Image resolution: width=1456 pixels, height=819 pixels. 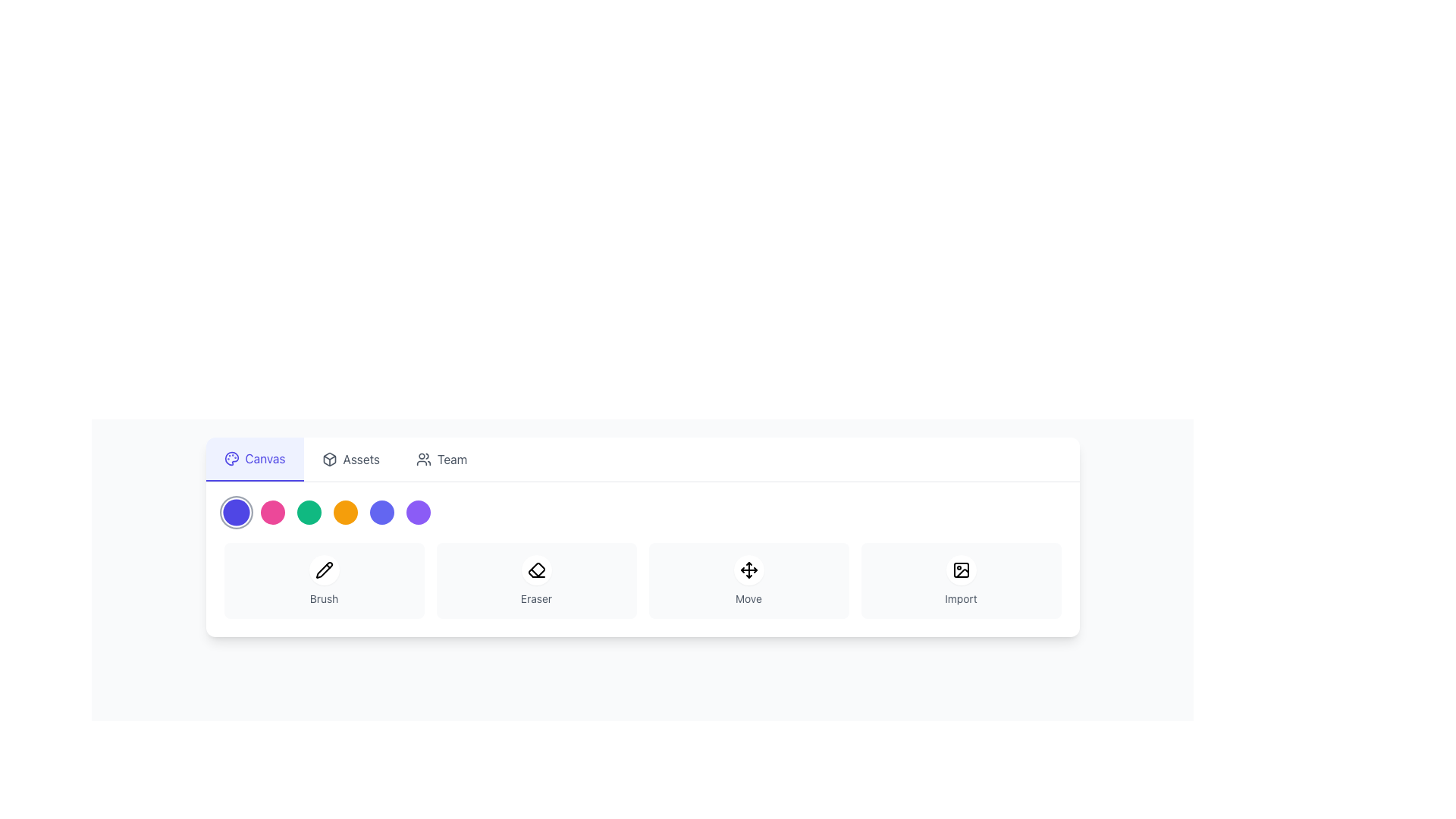 I want to click on the SVG rectangle element located in the bottom-right section of the icon strip, so click(x=960, y=570).